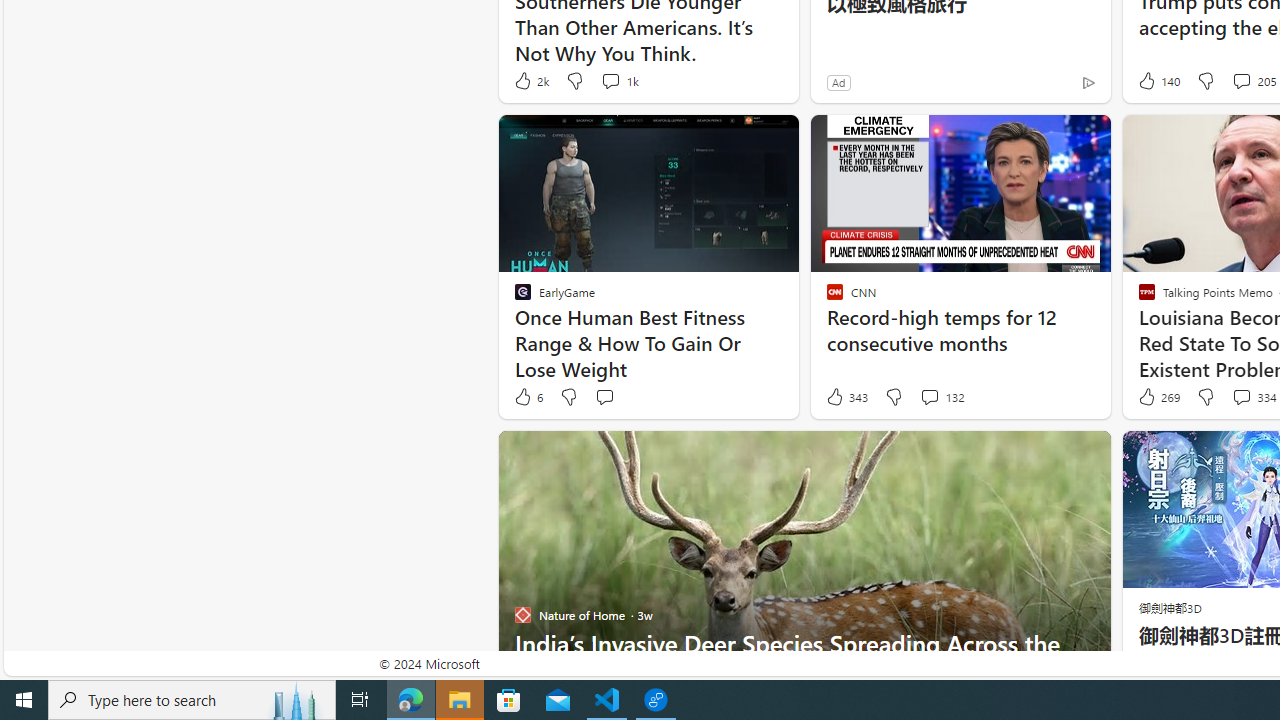  I want to click on '269 Like', so click(1157, 397).